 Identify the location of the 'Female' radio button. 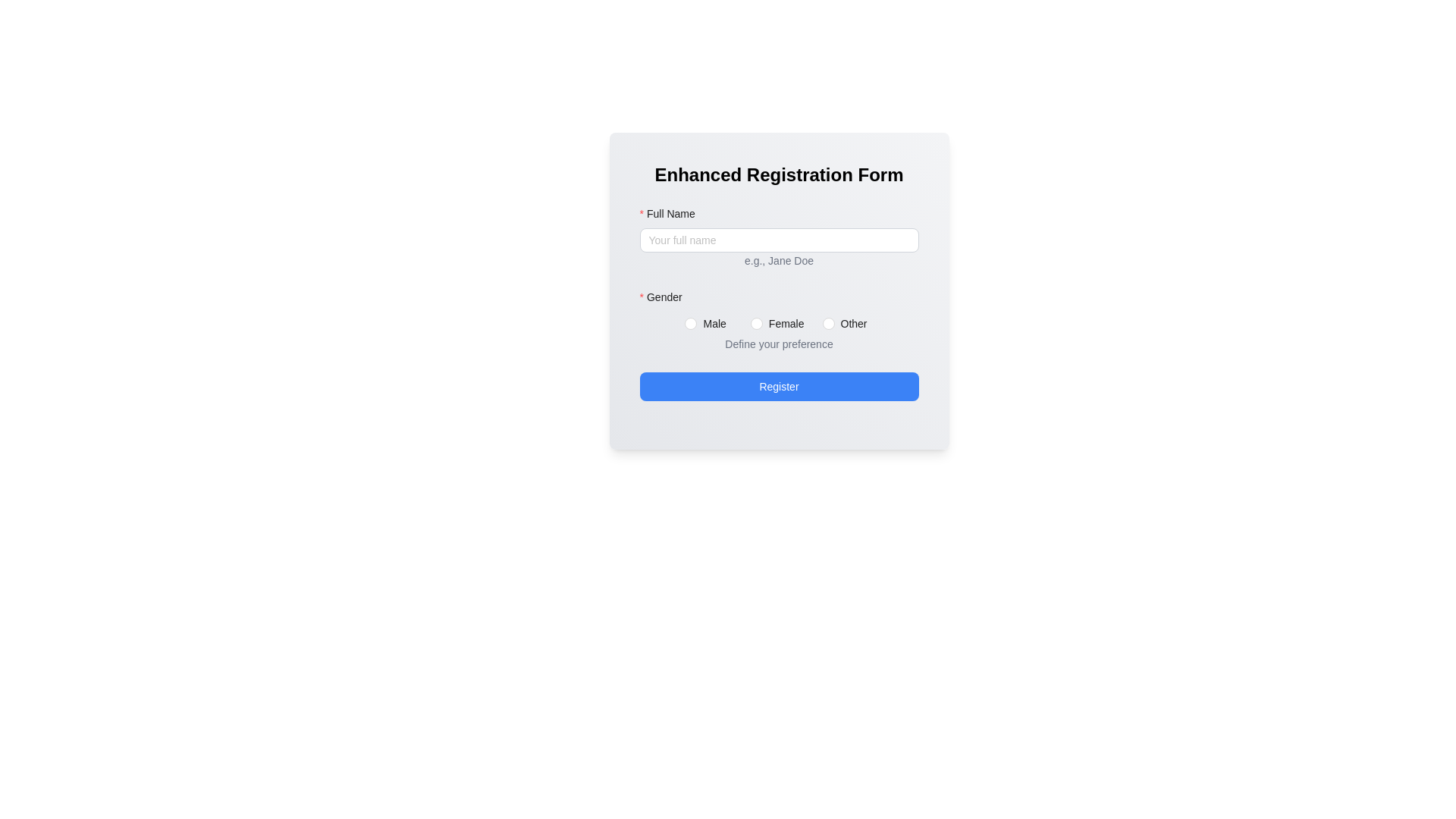
(756, 323).